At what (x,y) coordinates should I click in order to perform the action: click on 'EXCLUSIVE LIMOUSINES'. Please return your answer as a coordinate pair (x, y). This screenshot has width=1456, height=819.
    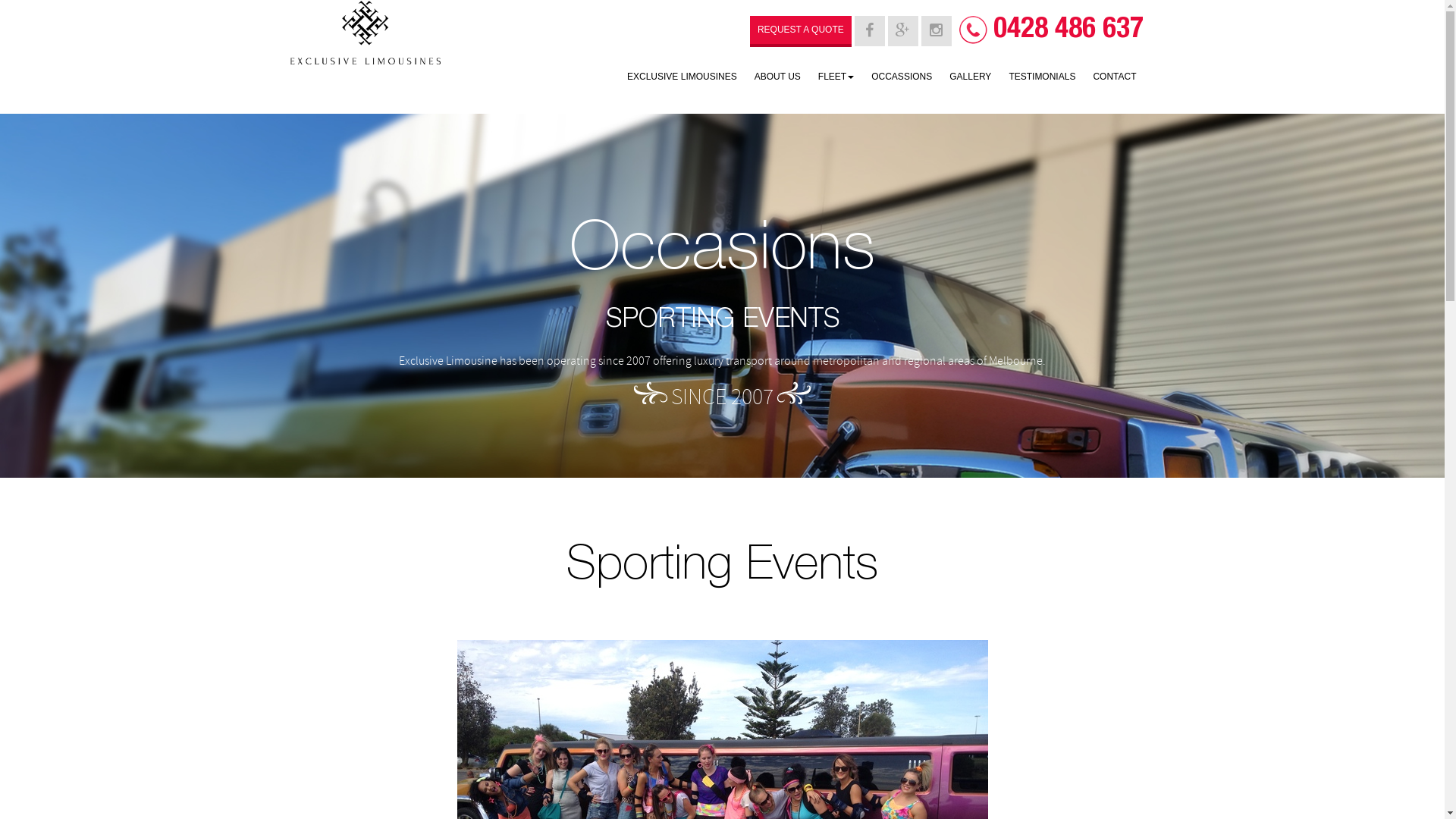
    Looking at the image, I should click on (681, 78).